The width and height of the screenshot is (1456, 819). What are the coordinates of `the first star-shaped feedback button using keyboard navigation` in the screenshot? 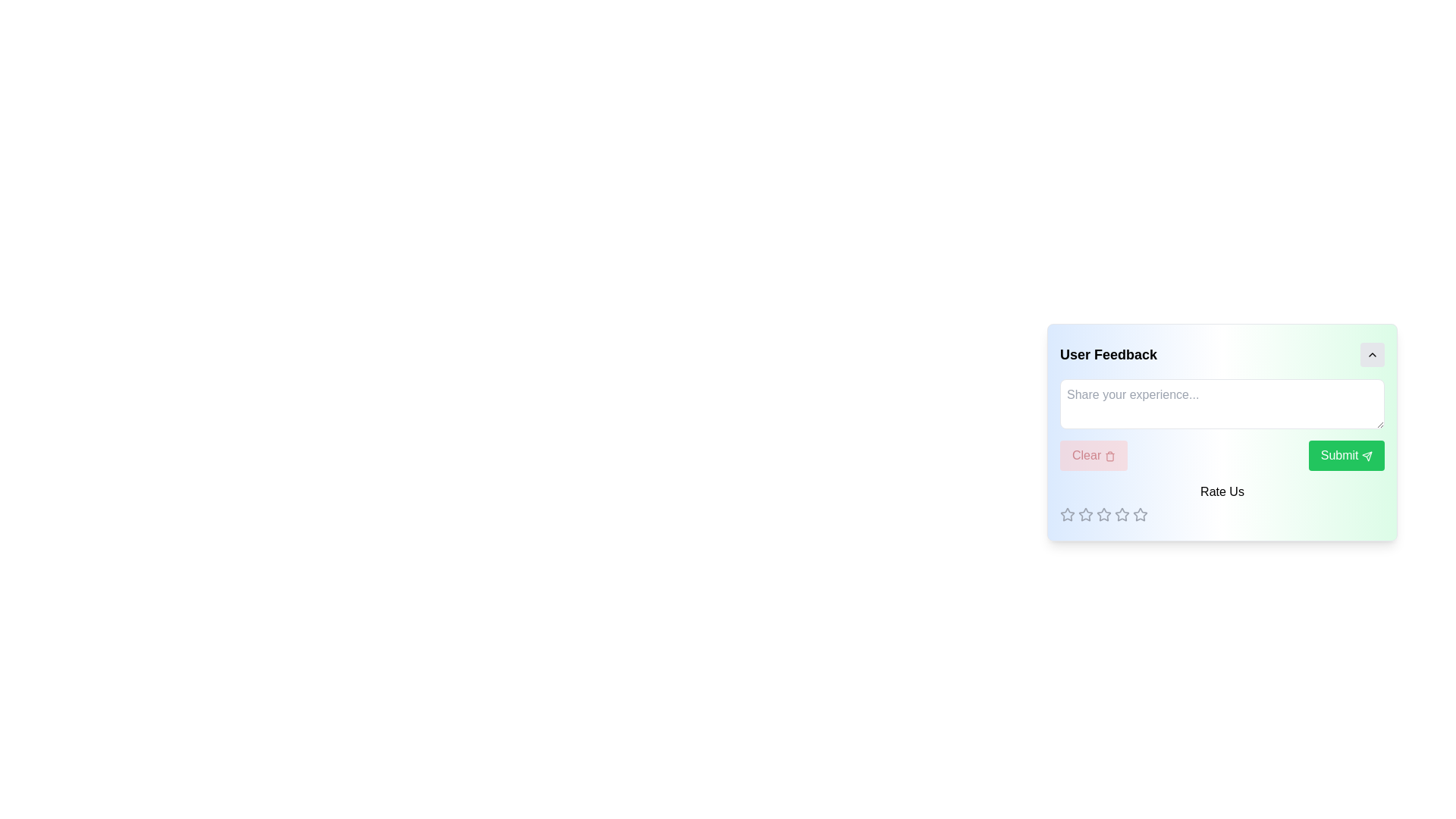 It's located at (1084, 513).